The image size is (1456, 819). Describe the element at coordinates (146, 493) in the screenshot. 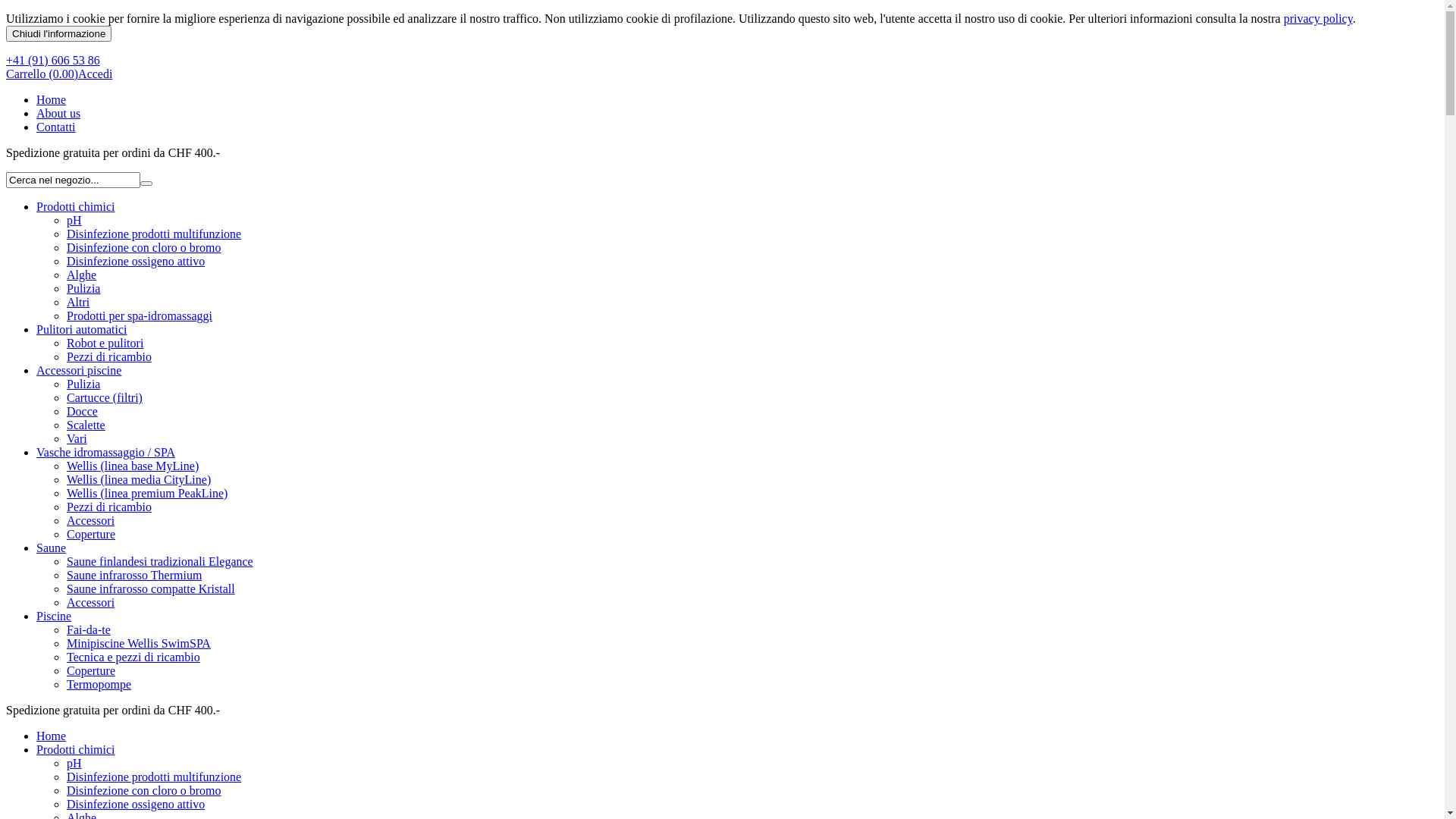

I see `'Wellis (linea premium PeakLine)'` at that location.